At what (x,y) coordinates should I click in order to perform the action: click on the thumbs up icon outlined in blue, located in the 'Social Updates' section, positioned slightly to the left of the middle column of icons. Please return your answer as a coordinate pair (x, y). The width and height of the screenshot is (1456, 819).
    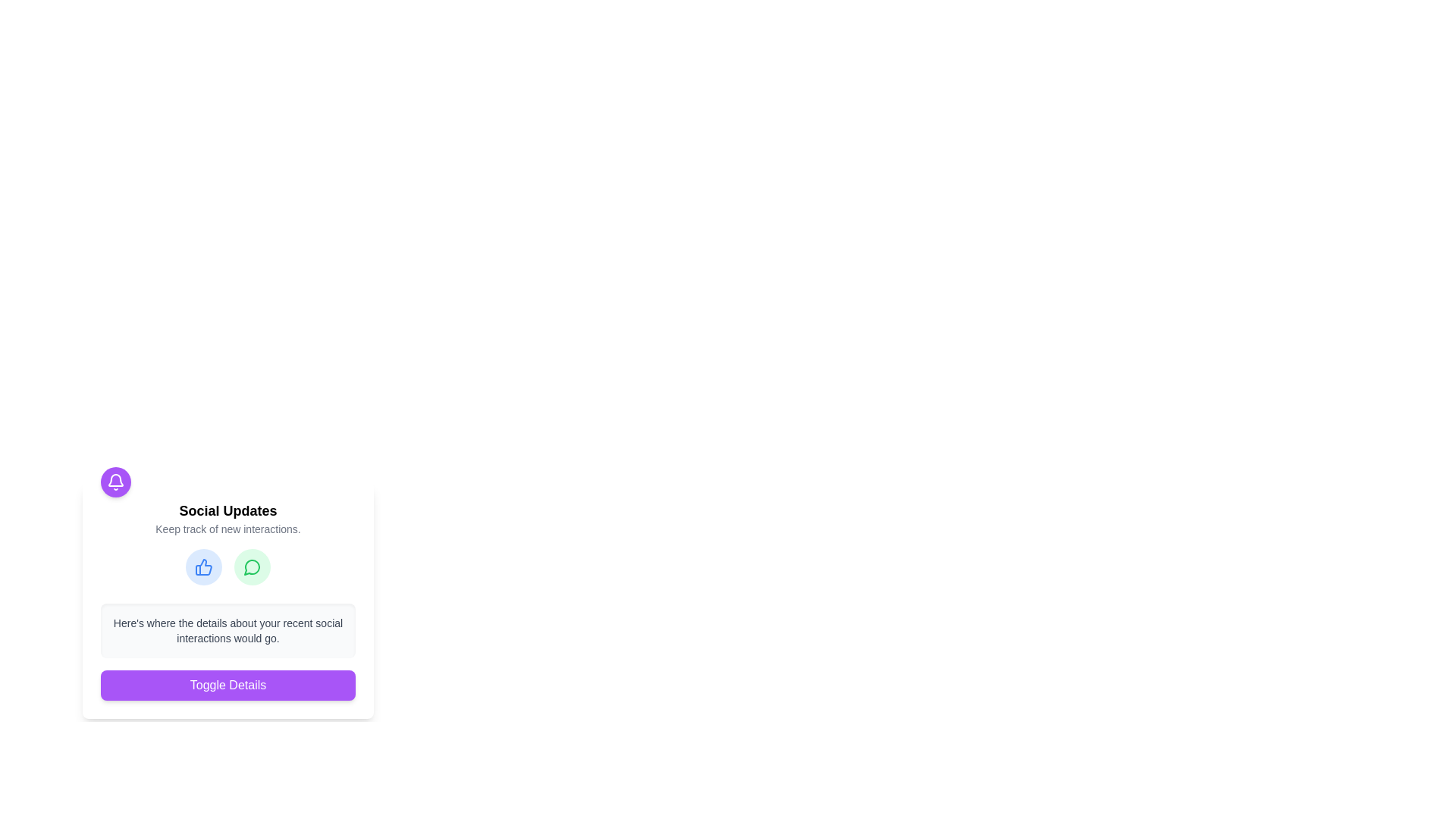
    Looking at the image, I should click on (202, 567).